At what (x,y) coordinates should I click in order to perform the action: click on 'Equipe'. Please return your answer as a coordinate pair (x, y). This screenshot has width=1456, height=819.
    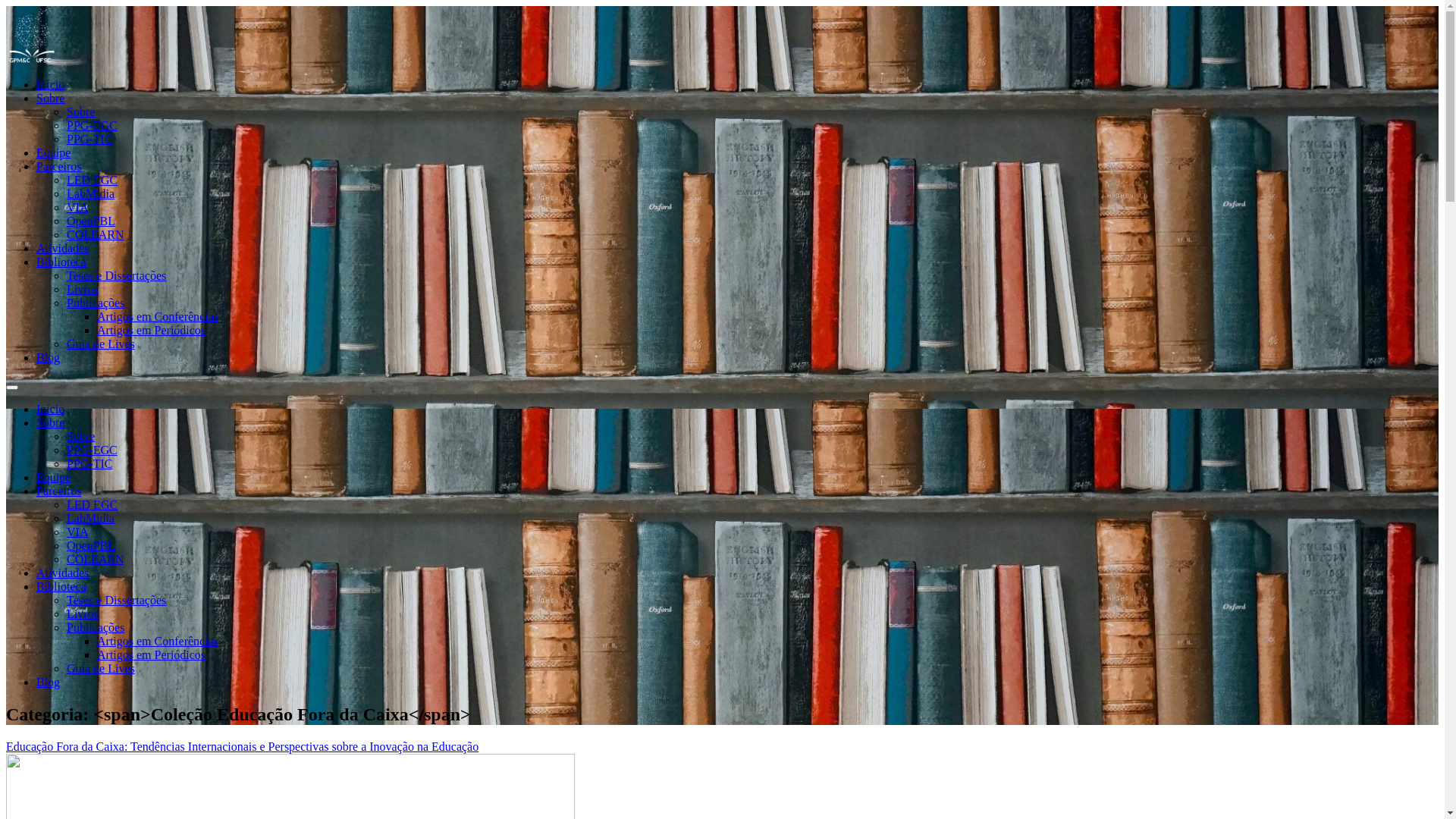
    Looking at the image, I should click on (53, 476).